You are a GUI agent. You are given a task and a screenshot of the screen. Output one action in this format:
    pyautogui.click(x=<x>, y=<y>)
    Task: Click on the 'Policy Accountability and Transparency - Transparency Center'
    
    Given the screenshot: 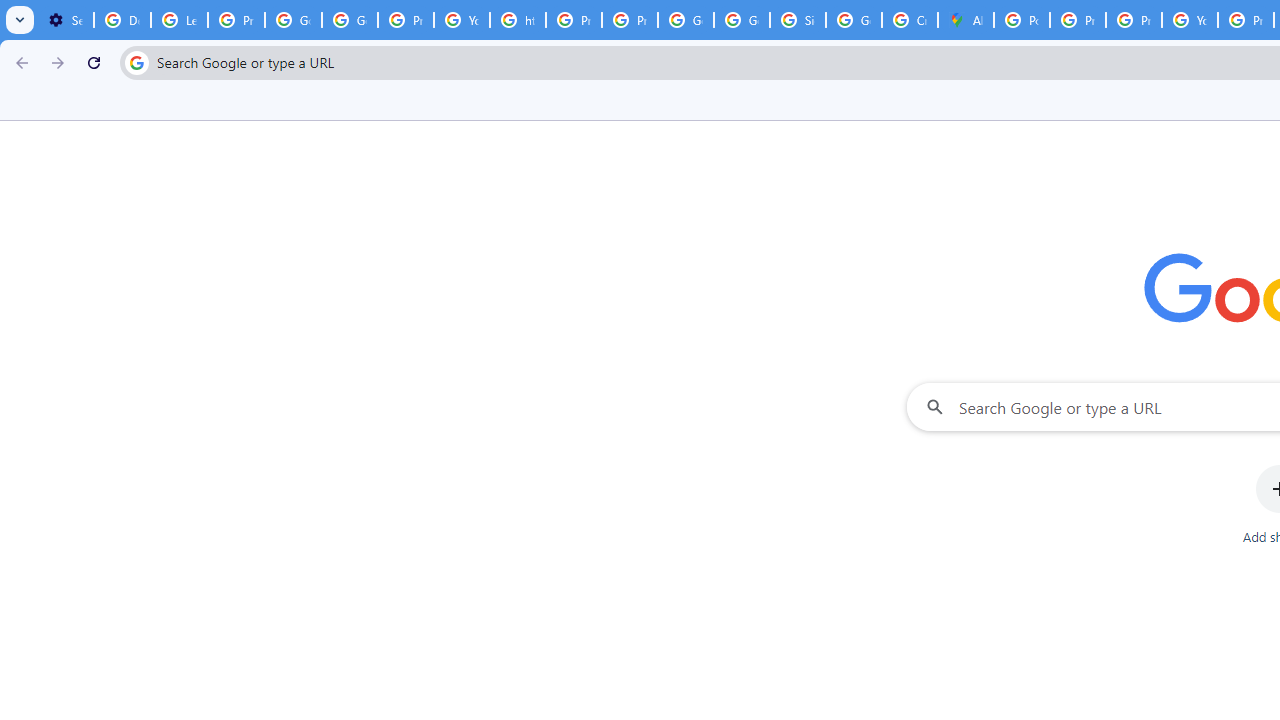 What is the action you would take?
    pyautogui.click(x=1022, y=20)
    